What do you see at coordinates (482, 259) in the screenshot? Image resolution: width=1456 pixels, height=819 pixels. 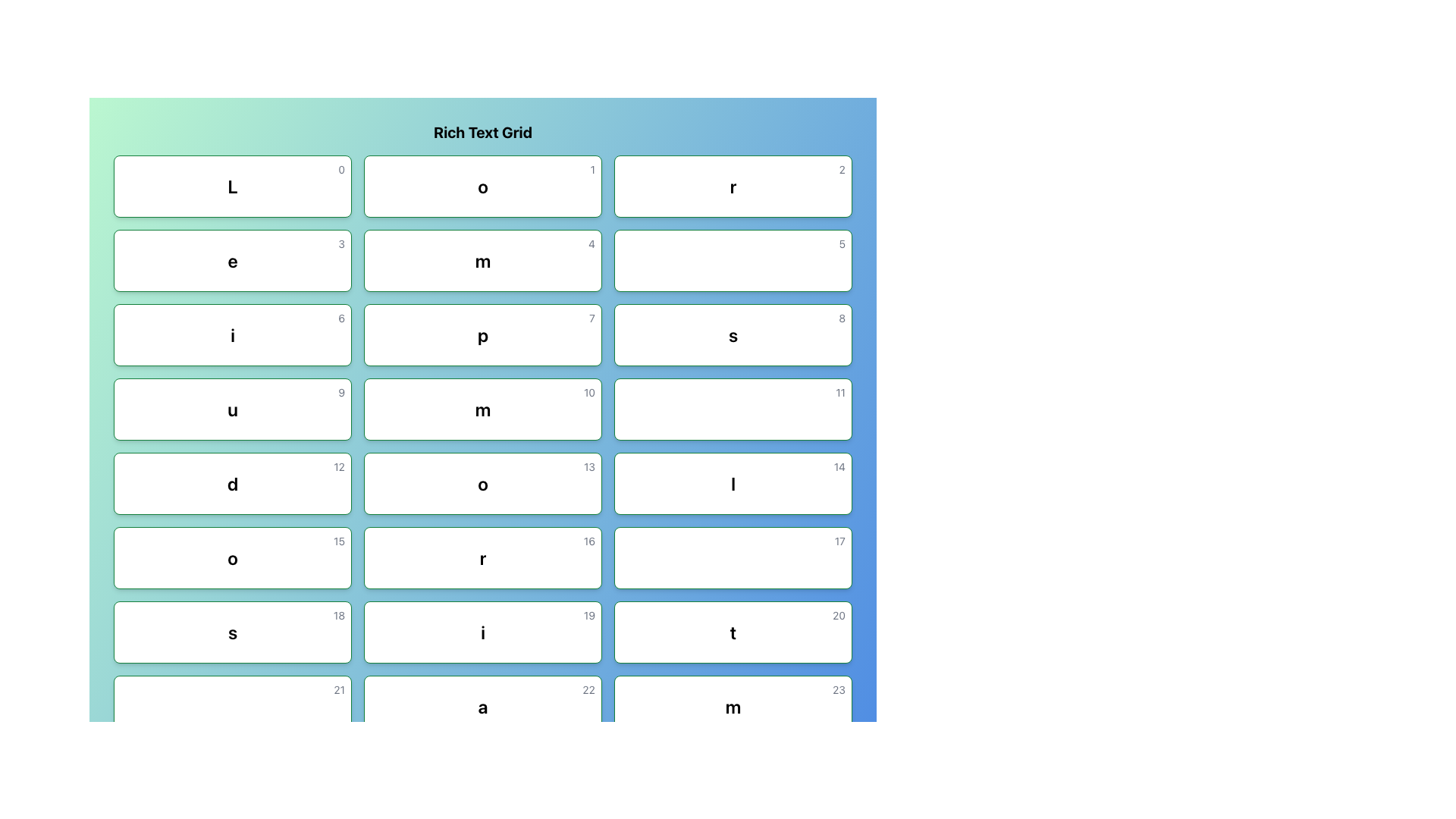 I see `the static text component displaying the letter 'm', located in the fourth cell of the grid layout, positioned between the letters 'e' and 'p'` at bounding box center [482, 259].